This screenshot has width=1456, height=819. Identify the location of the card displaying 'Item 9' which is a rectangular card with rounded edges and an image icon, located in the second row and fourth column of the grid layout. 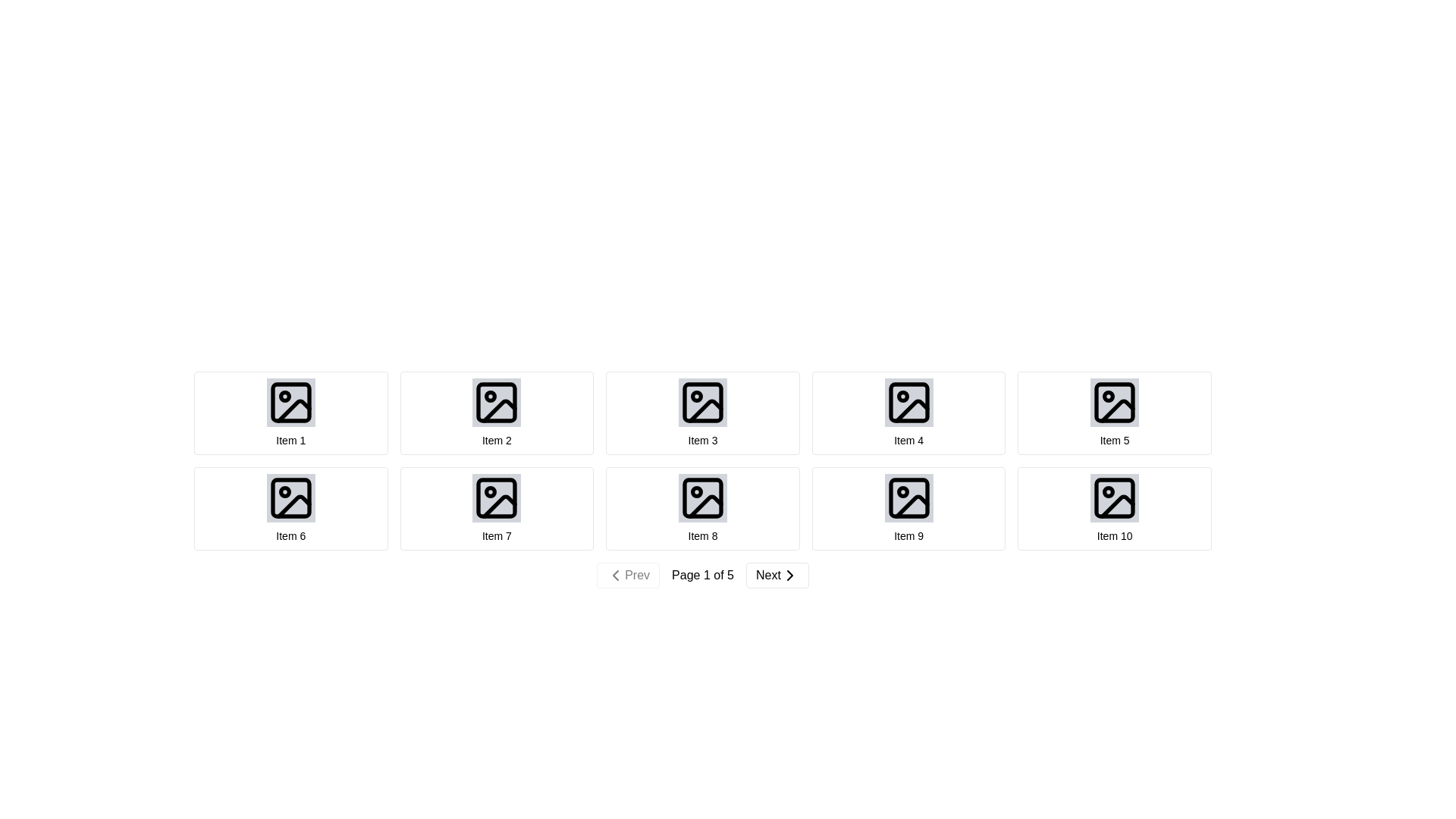
(908, 509).